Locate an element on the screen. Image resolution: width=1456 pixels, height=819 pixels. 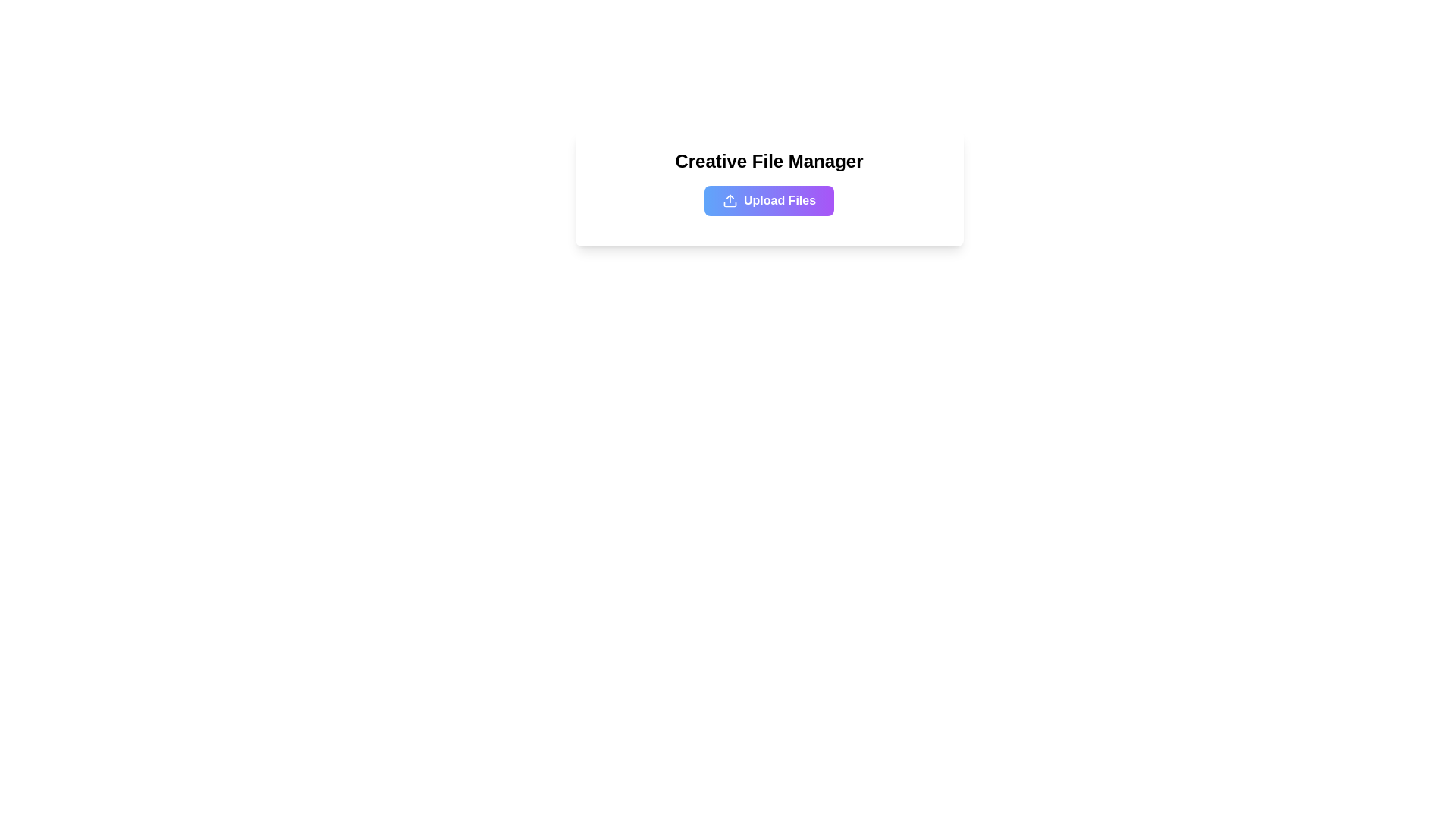
the 'Upload Files' button, which is a rectangular button with a gradient background from blue to purple, featuring a white upload icon and bold white text, centered below 'Creative File Manager' is located at coordinates (769, 200).